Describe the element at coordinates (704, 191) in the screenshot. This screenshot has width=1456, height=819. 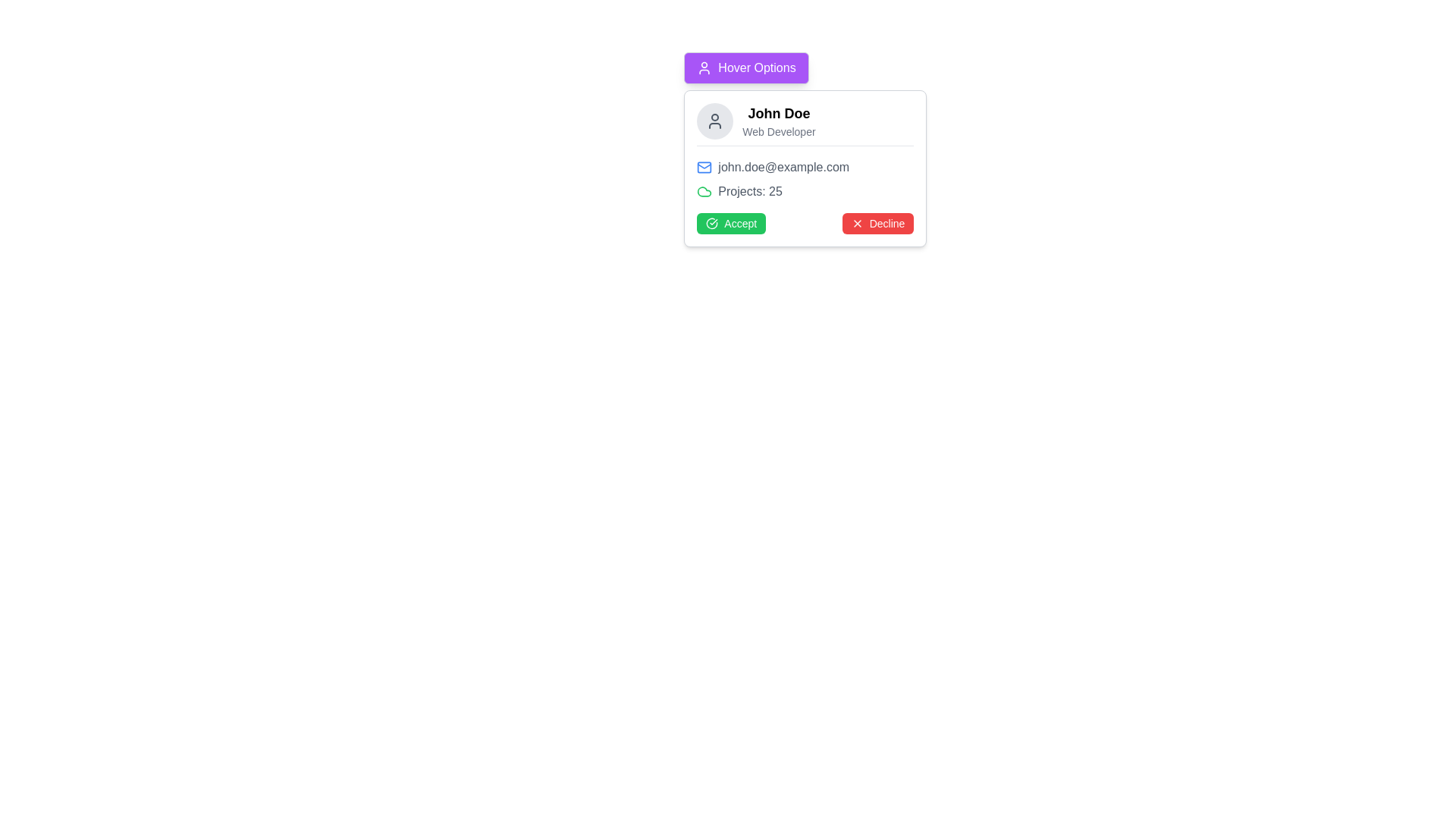
I see `the cloud-related icon located in the top-right corner of the card interface` at that location.